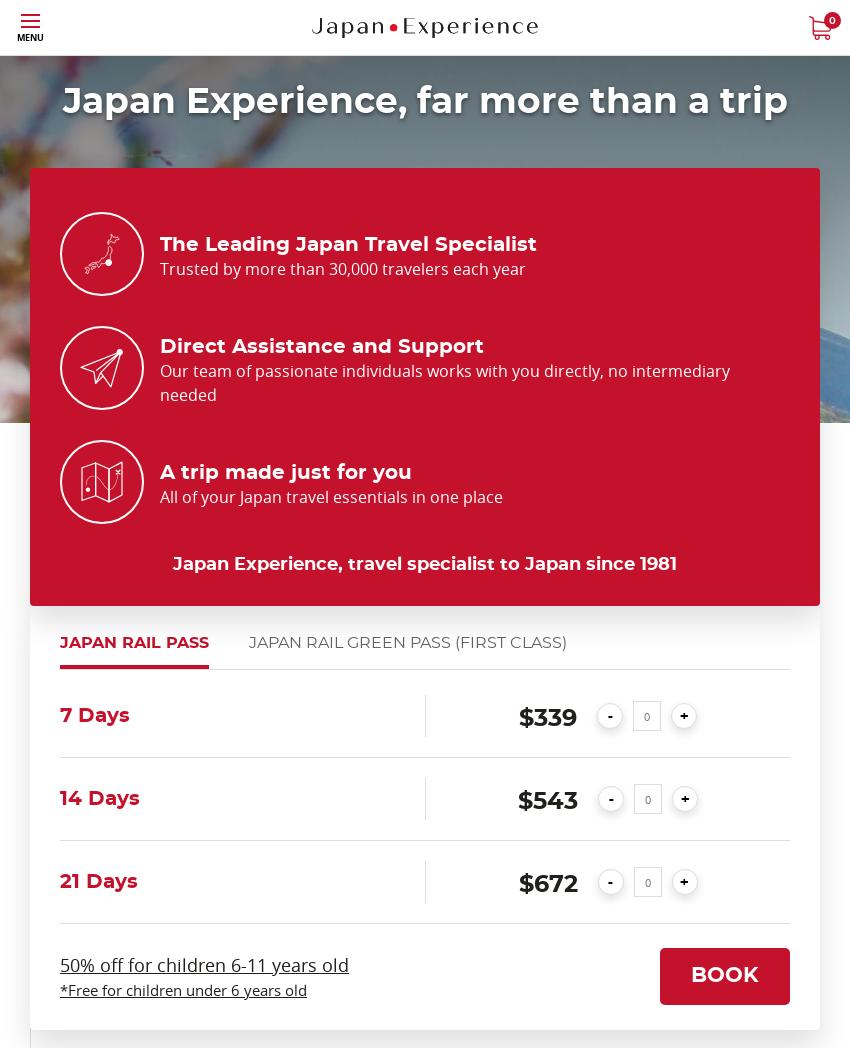 The image size is (850, 1048). Describe the element at coordinates (546, 884) in the screenshot. I see `'$672'` at that location.